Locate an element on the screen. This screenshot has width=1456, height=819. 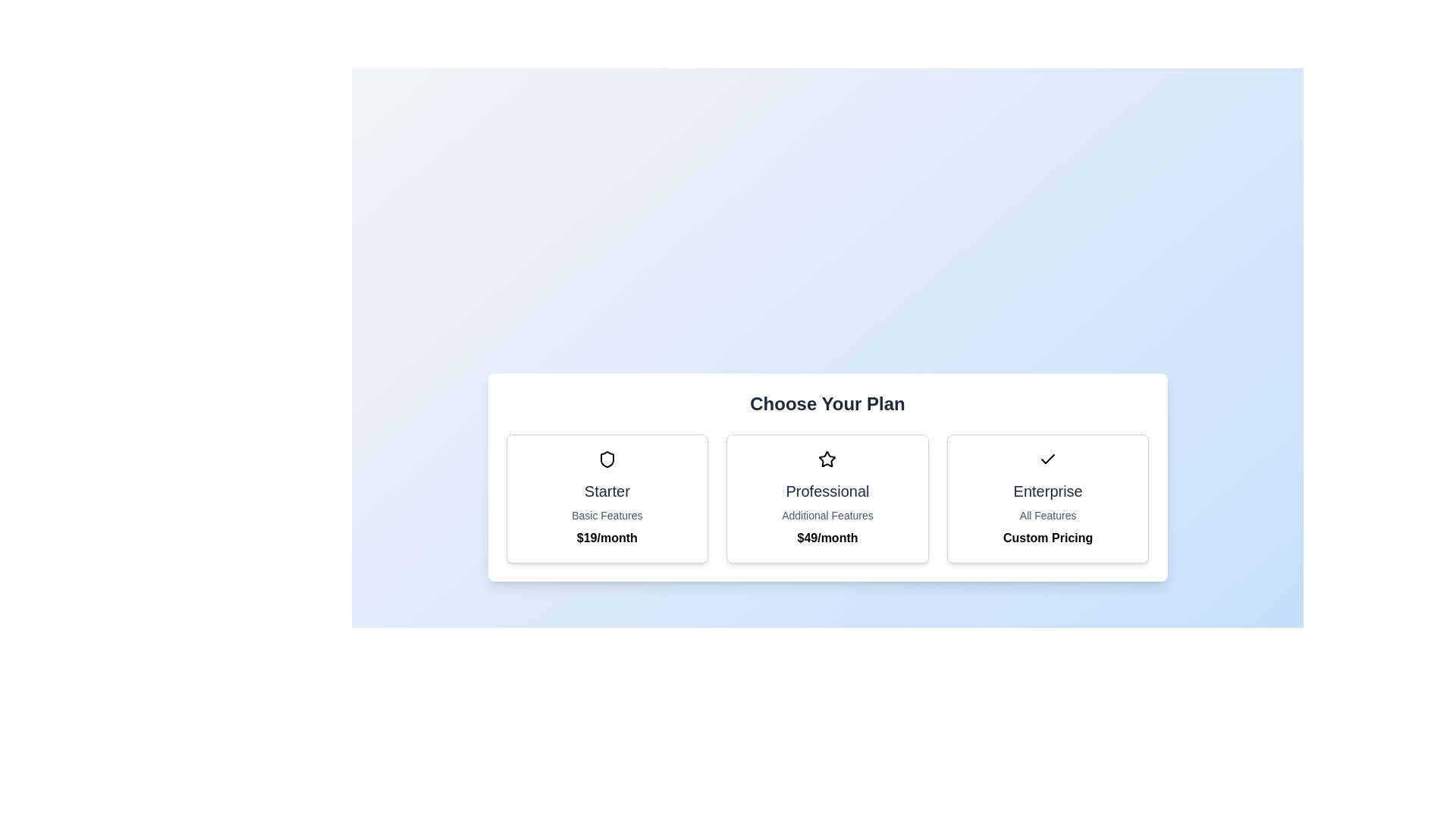
pricing information displayed as '$19/month' in bold style at the bottom of the leftmost pricing card in the 'Choose Your Plan' section is located at coordinates (607, 537).